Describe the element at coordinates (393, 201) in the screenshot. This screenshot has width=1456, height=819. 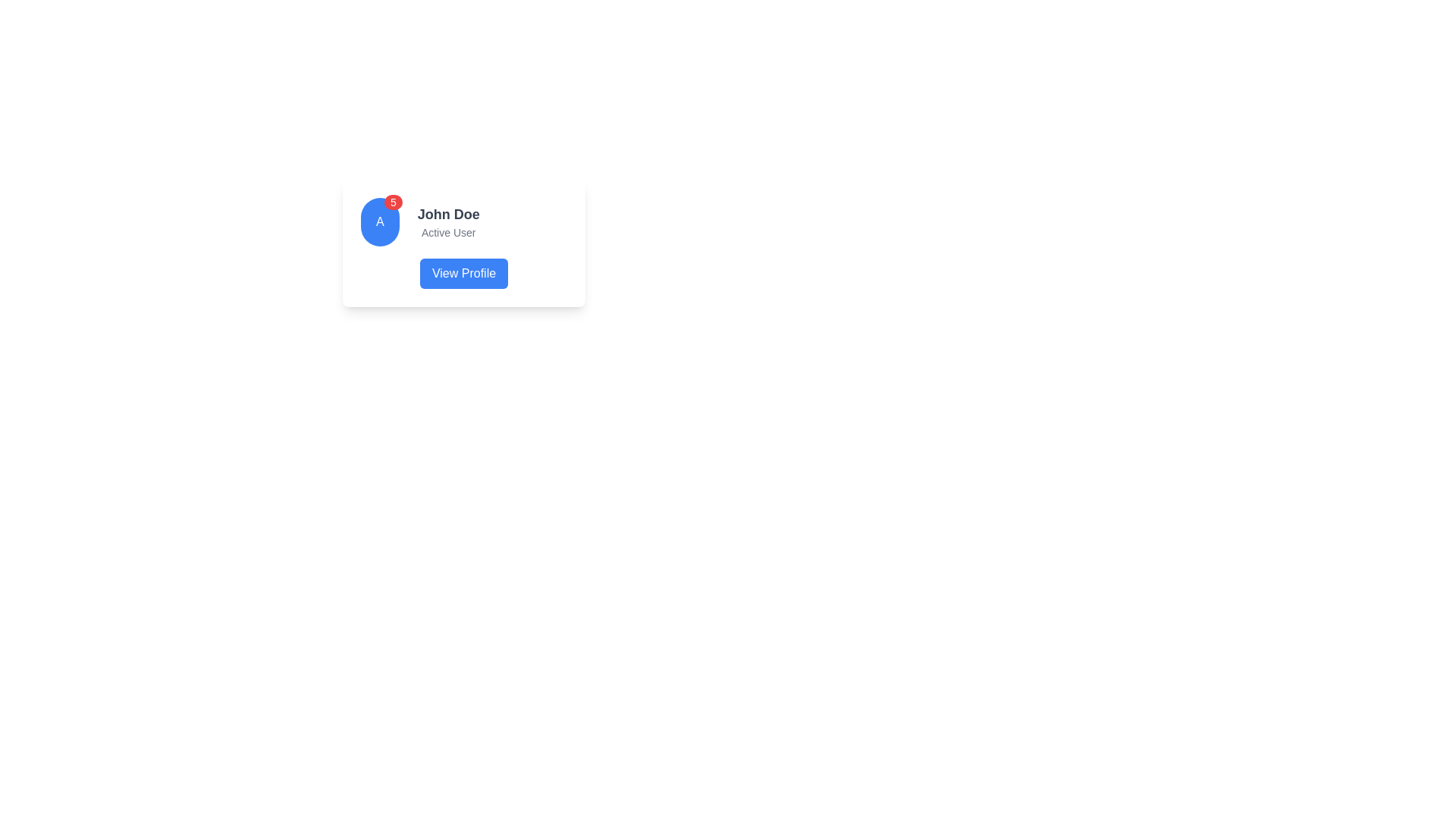
I see `the Notification Badge, a small circular badge with a red background and the number '5' in white text, located at the top-right corner of the blue circular element marked with 'A'` at that location.